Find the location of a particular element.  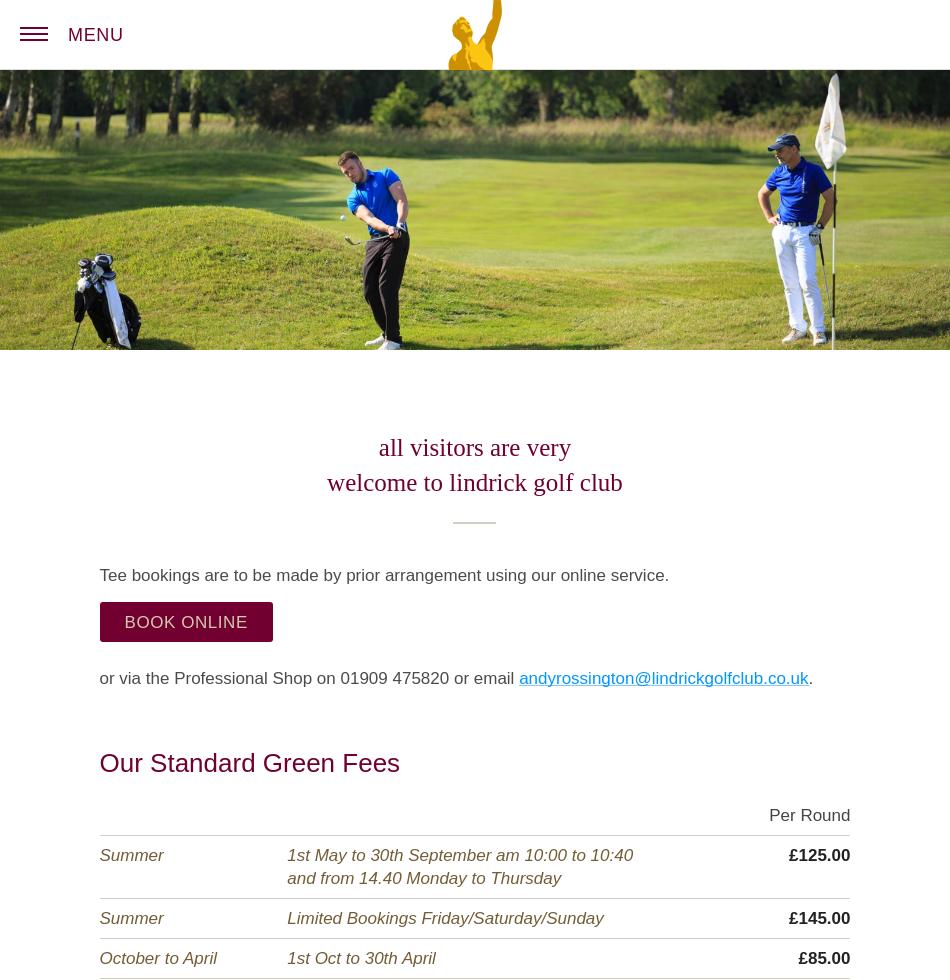

'Lindrick Golf Club' is located at coordinates (568, 13).